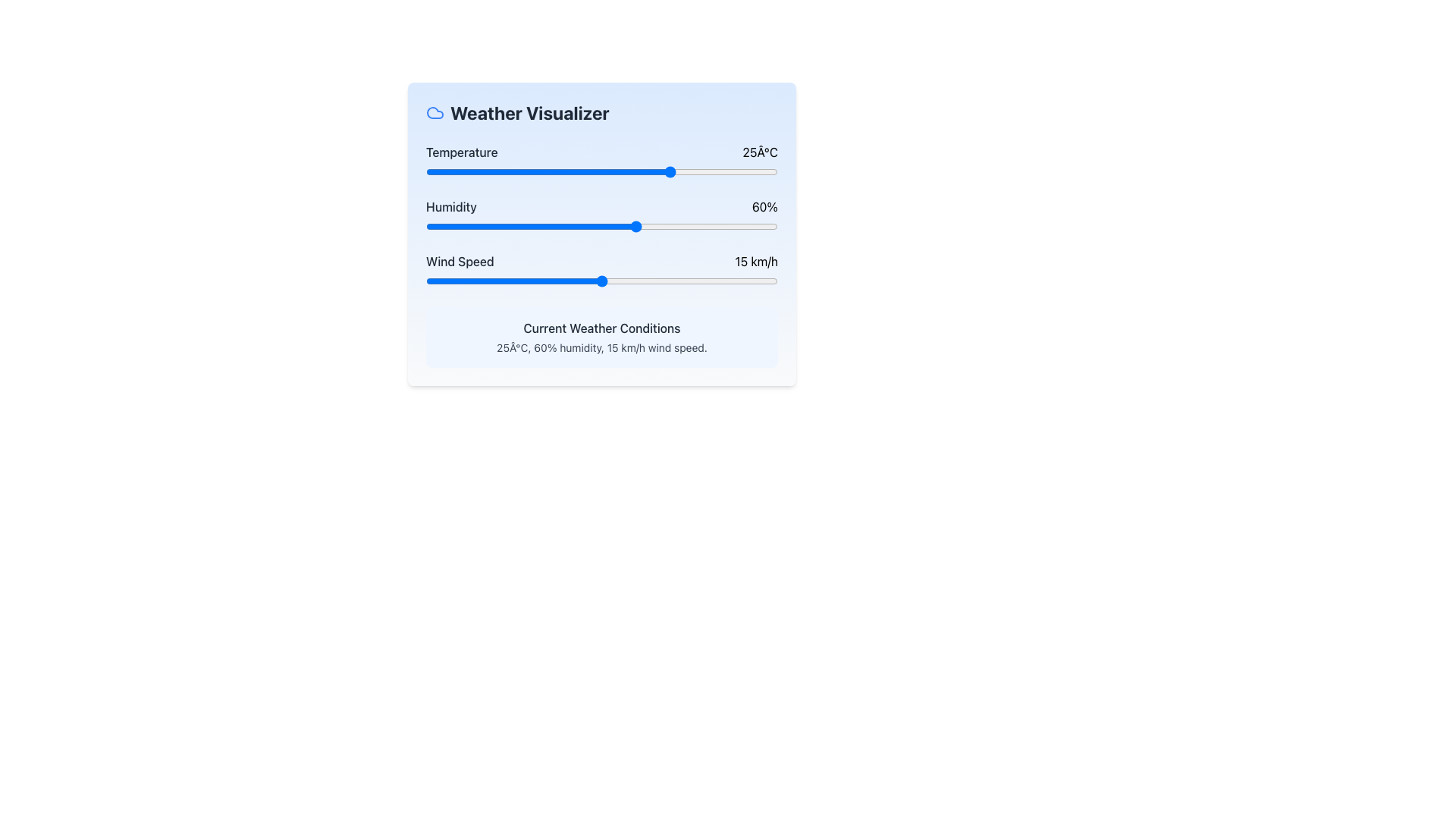  Describe the element at coordinates (601, 171) in the screenshot. I see `the temperature` at that location.